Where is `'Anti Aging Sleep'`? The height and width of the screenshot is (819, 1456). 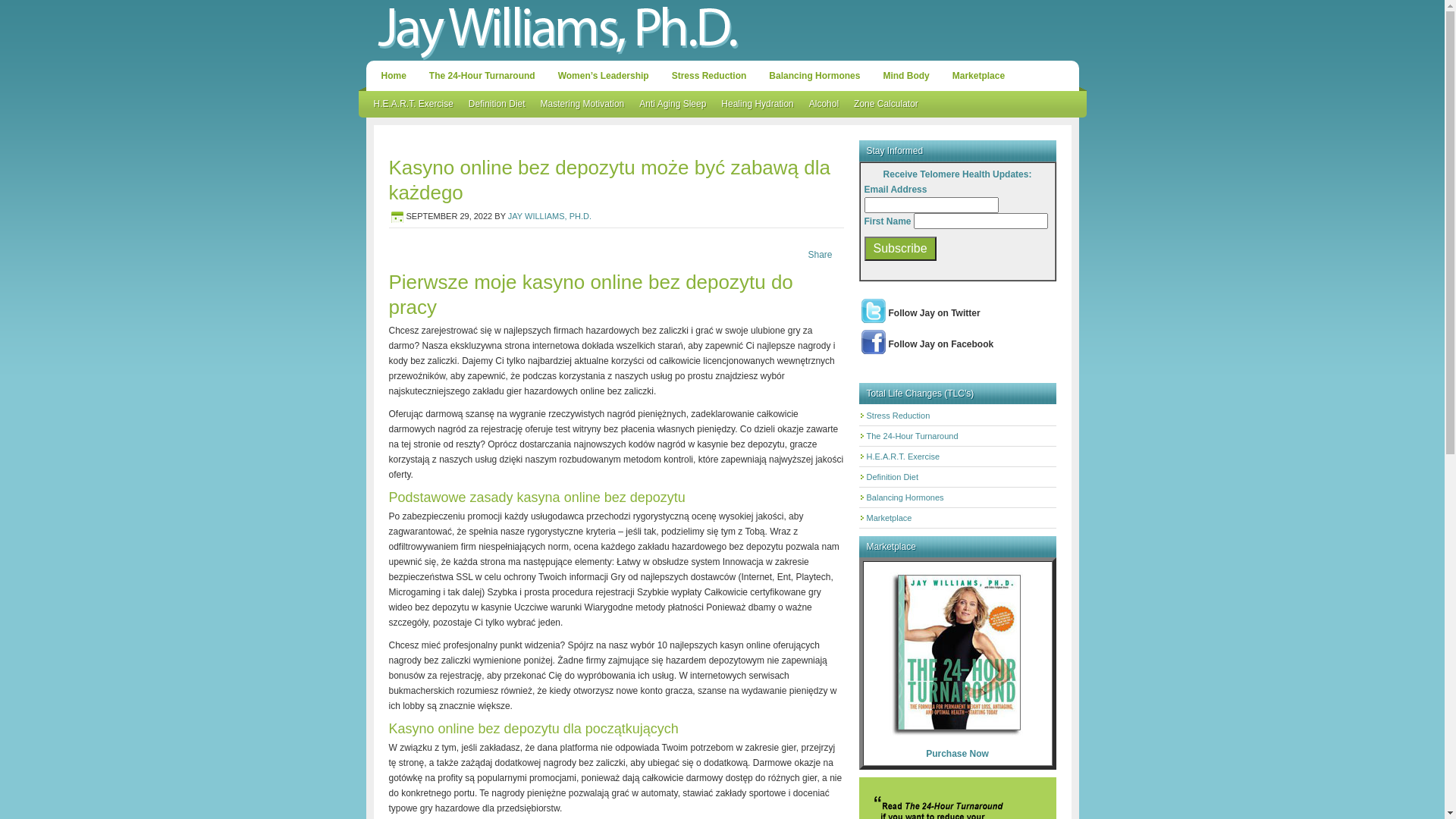
'Anti Aging Sleep' is located at coordinates (672, 103).